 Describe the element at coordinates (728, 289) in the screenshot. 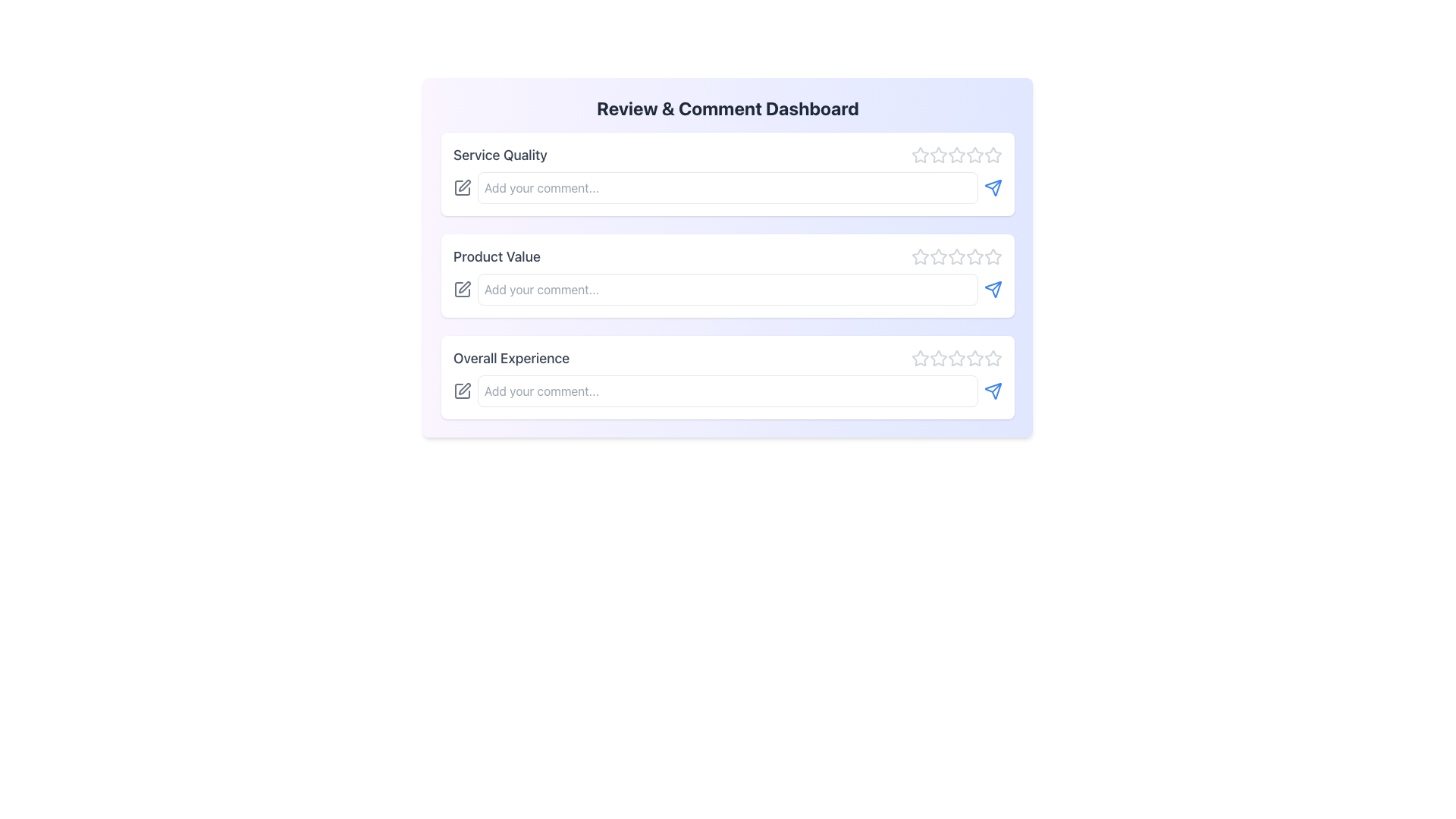

I see `the Comment Input Section in the 'Product Value' card` at that location.